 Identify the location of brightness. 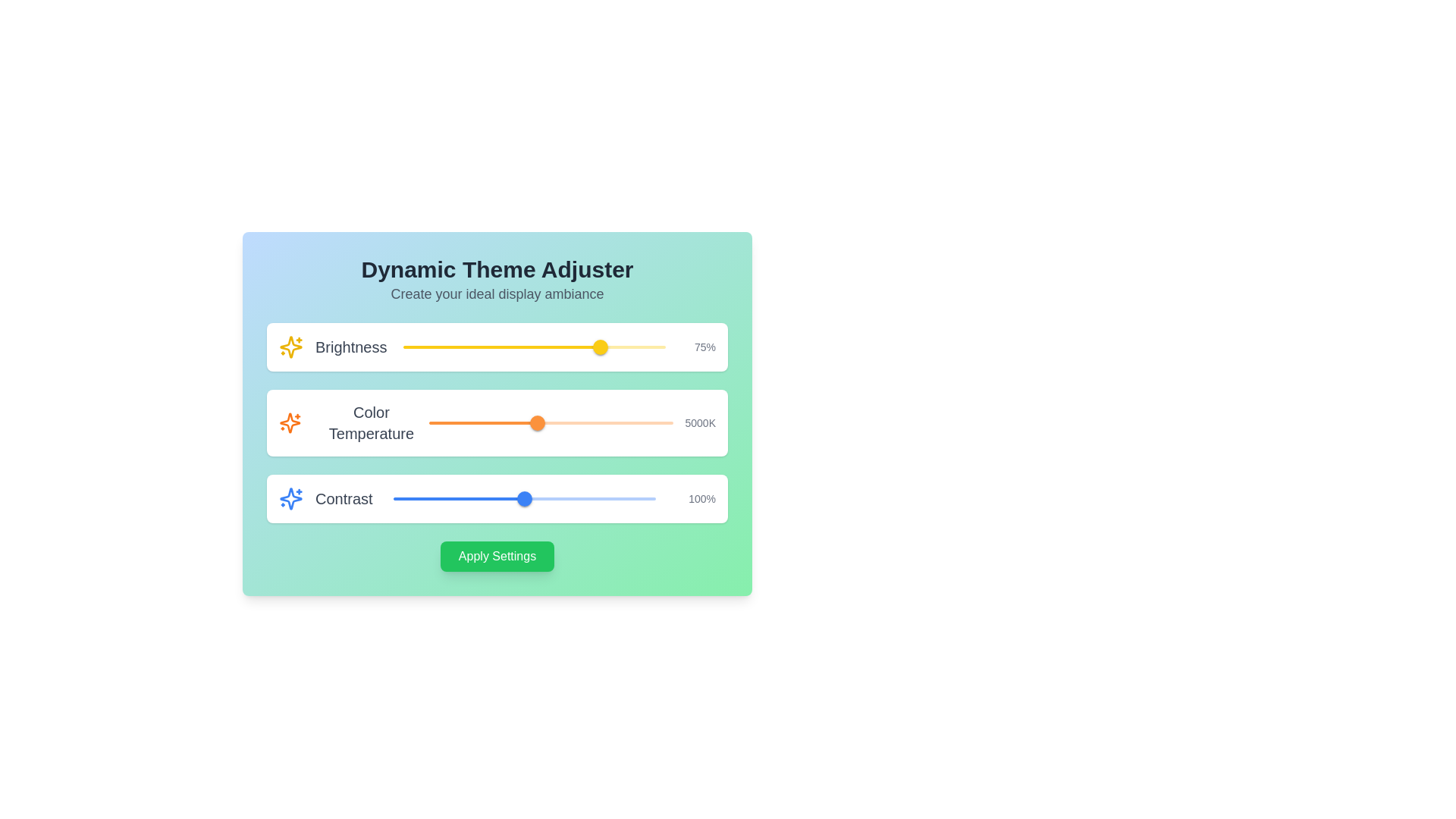
(623, 347).